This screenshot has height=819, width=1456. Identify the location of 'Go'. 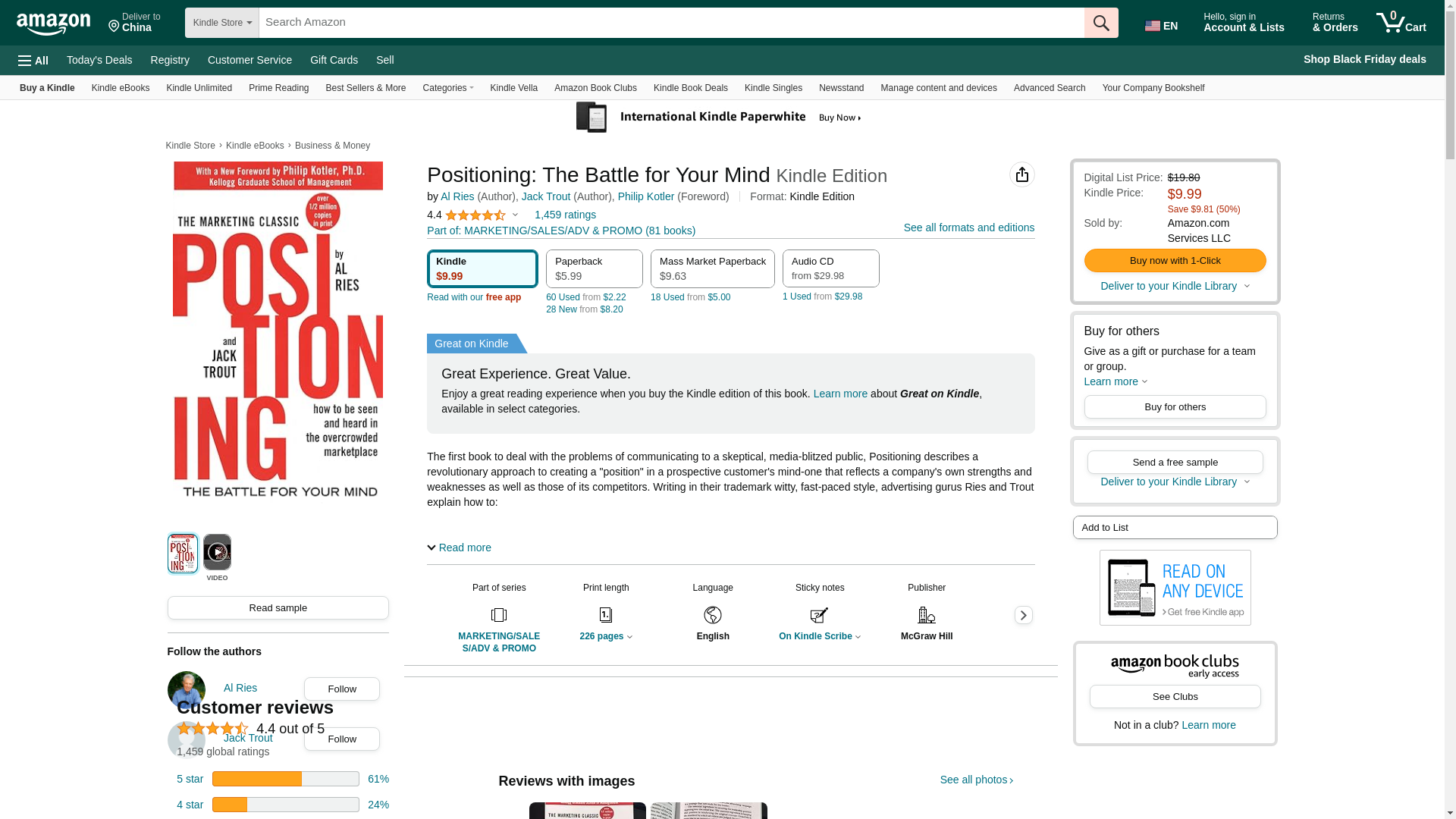
(1101, 23).